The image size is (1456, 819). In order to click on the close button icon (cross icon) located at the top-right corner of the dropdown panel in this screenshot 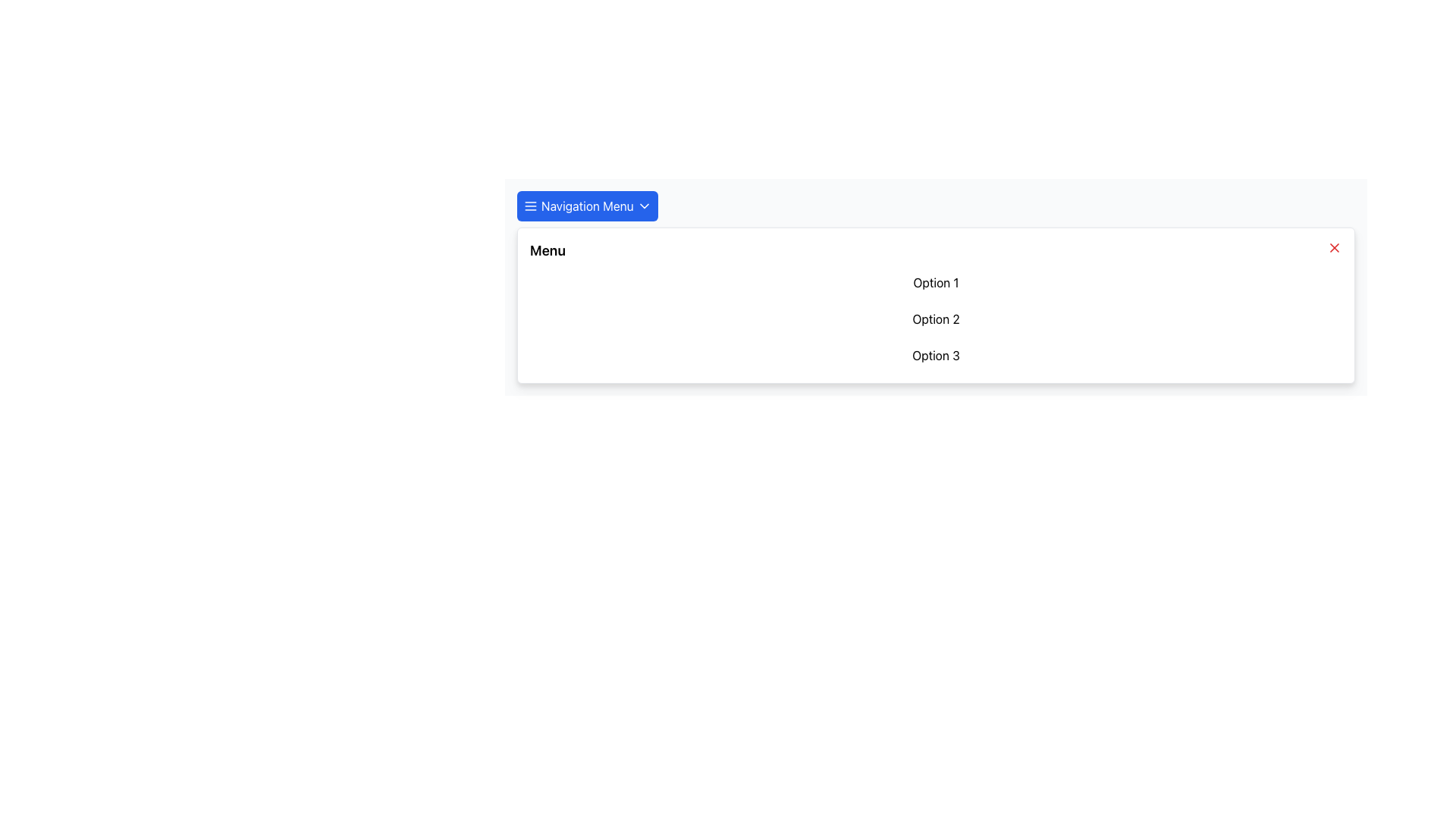, I will do `click(1335, 247)`.